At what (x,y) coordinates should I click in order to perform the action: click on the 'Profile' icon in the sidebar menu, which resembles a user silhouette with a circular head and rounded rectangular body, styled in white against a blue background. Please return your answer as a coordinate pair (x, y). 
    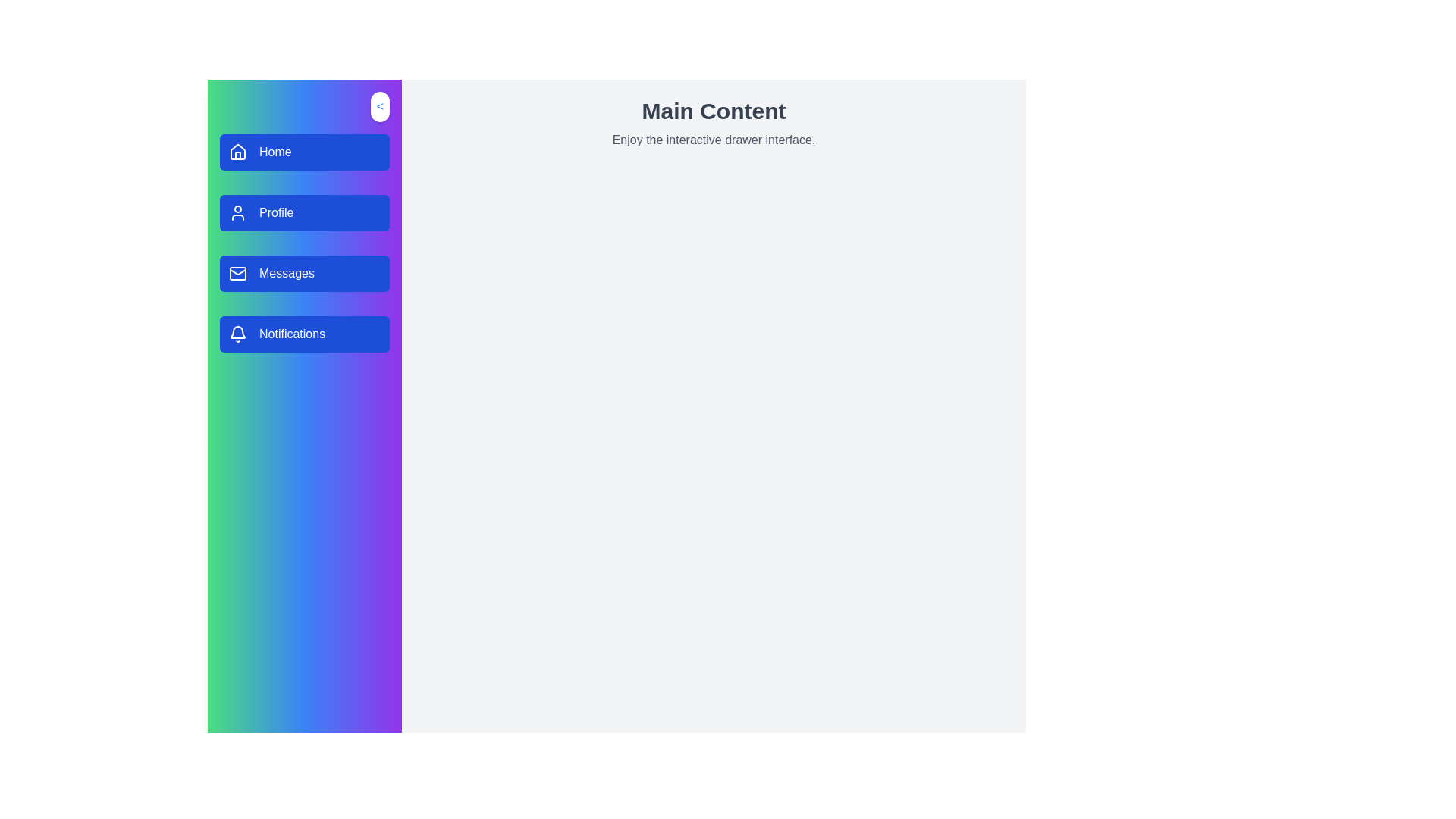
    Looking at the image, I should click on (237, 213).